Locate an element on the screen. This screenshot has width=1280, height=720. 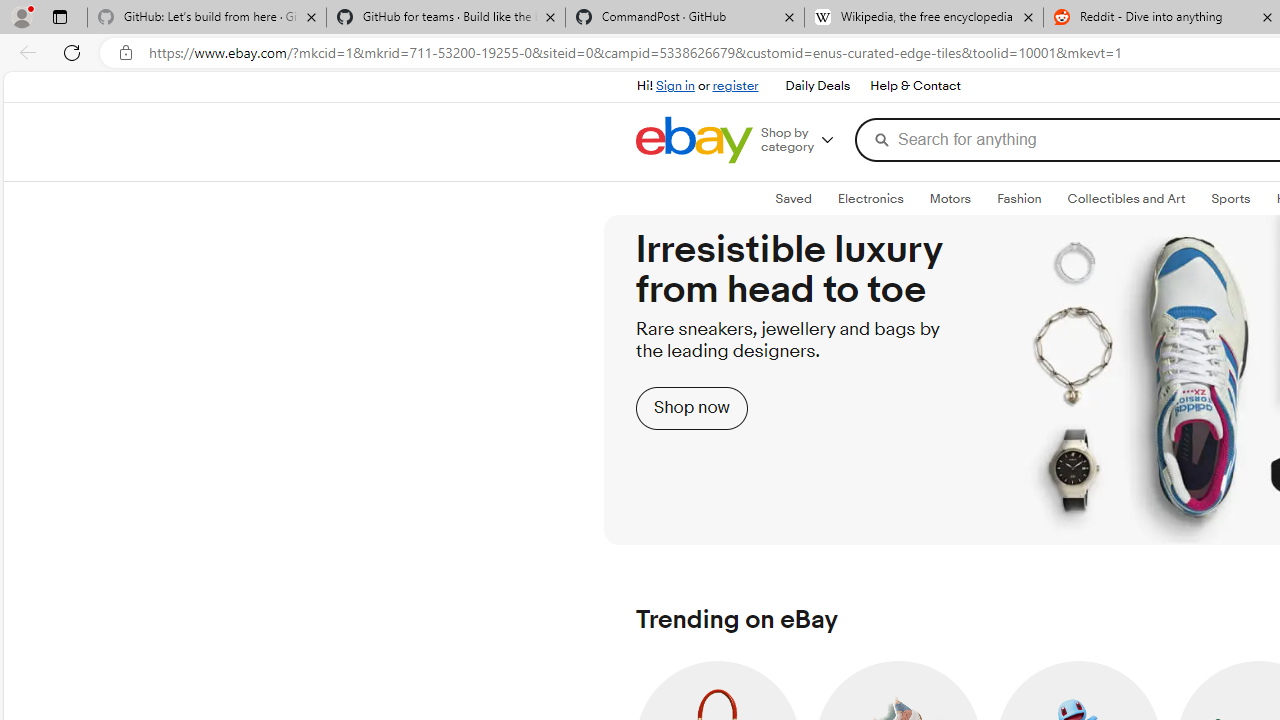
'Motors' is located at coordinates (949, 199).